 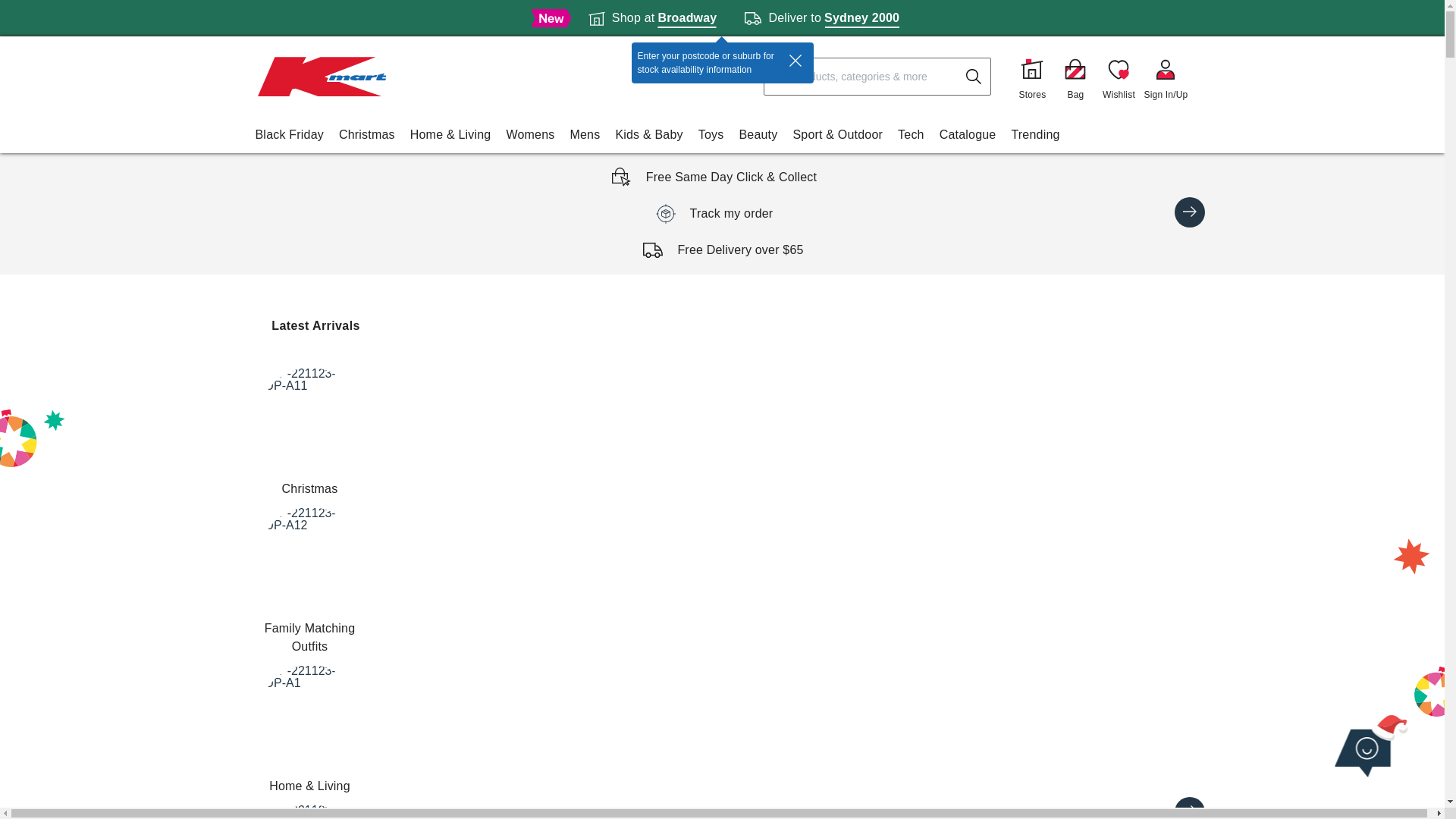 I want to click on 'Mens', so click(x=584, y=133).